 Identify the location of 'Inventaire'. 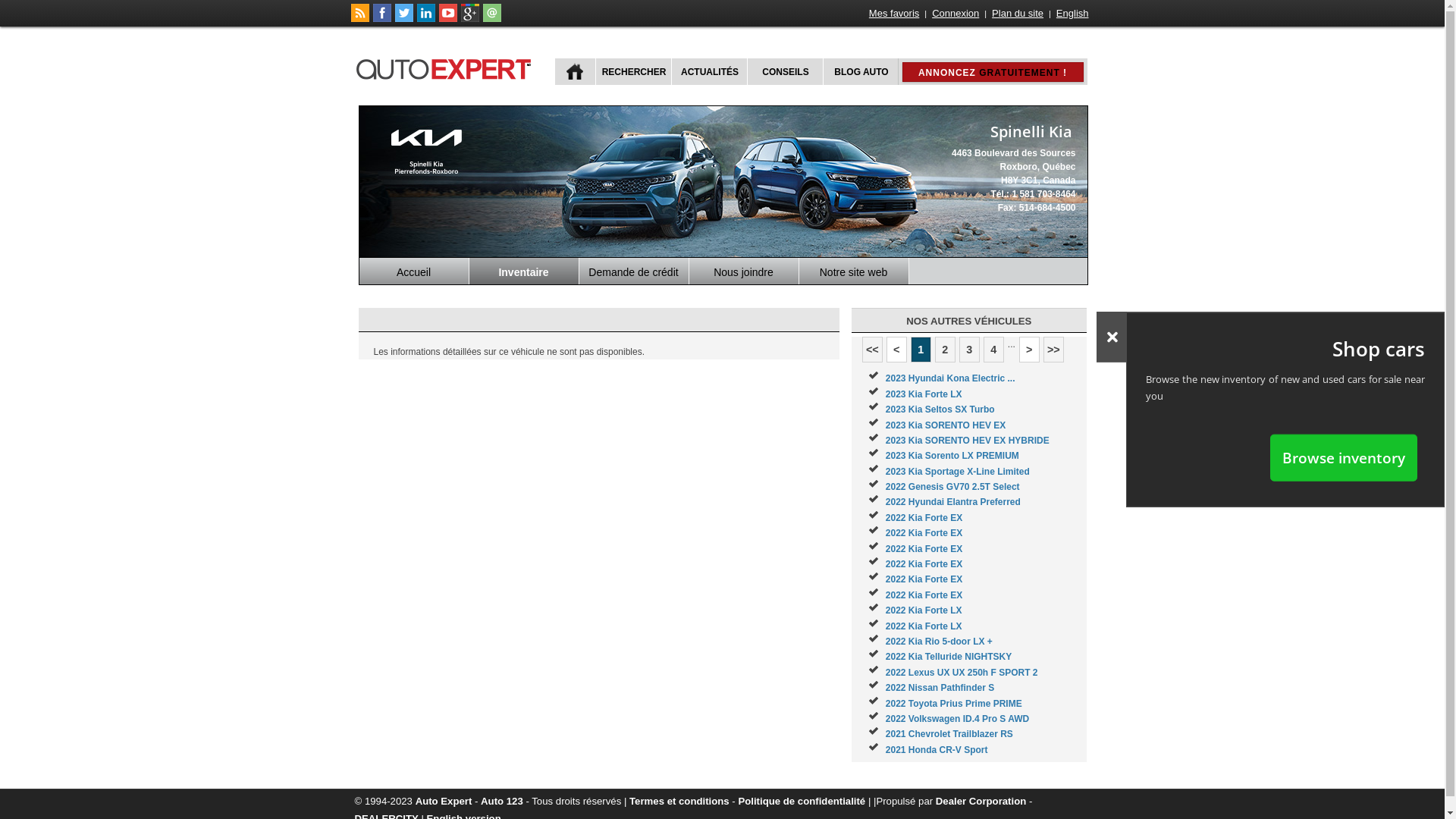
(468, 270).